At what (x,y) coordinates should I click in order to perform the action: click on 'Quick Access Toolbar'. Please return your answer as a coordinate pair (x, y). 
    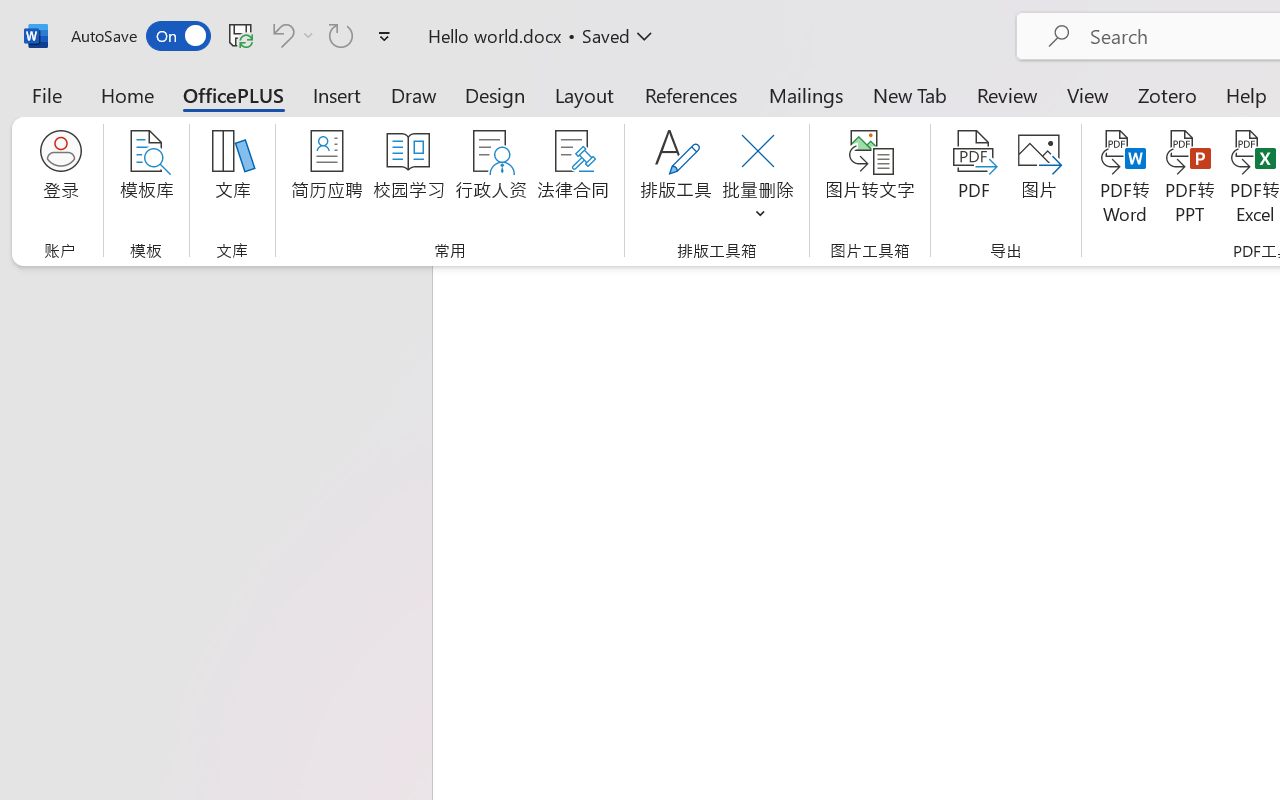
    Looking at the image, I should click on (234, 35).